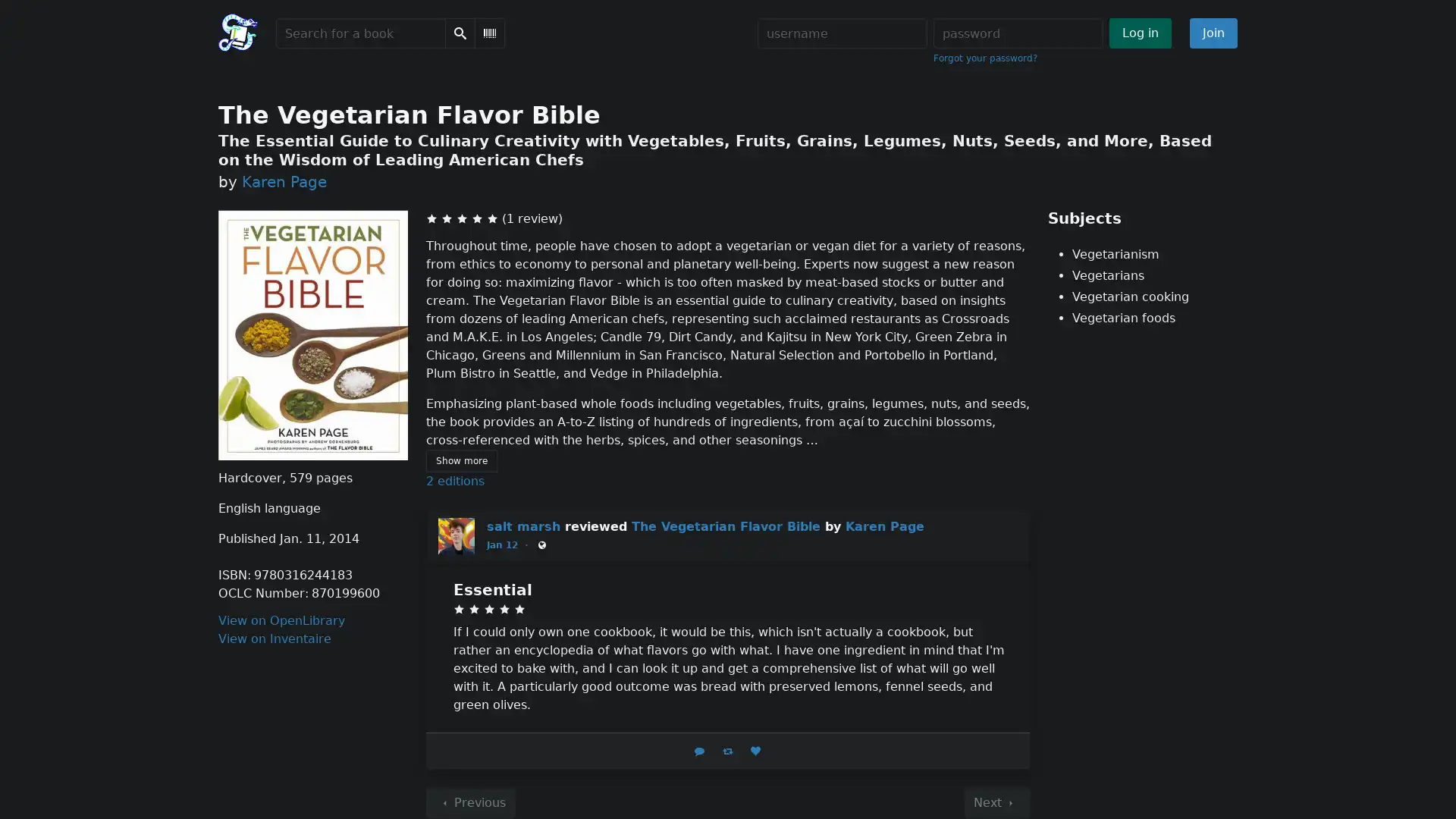 The image size is (1456, 819). What do you see at coordinates (312, 334) in the screenshot?
I see `The Vegetarian Flavor Bible (Hardcover, 2014) Click to enlarge` at bounding box center [312, 334].